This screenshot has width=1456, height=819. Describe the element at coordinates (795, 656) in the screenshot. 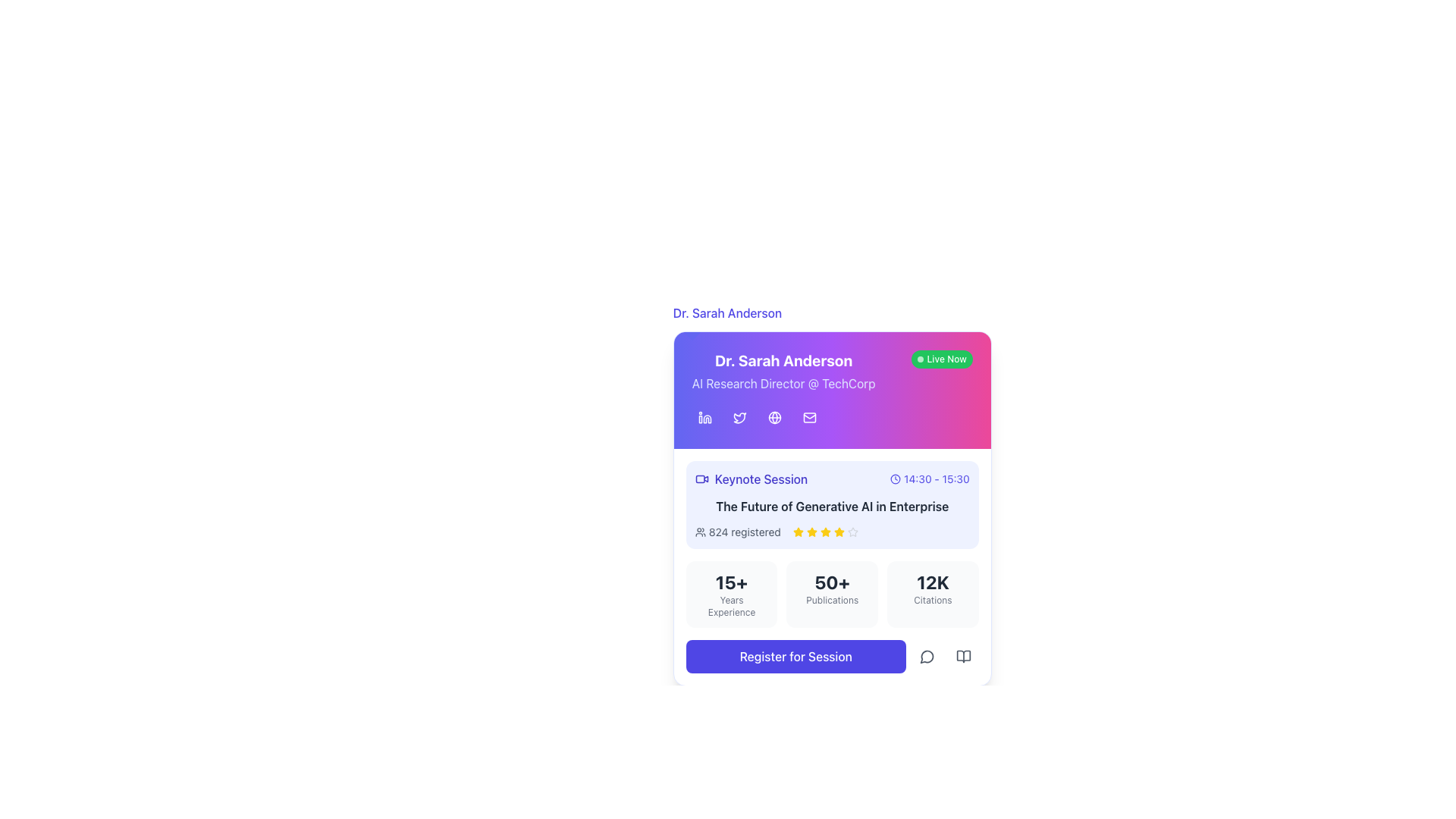

I see `the registration button located at the bottom of the card interface, which is the first item in a horizontal row of elements` at that location.